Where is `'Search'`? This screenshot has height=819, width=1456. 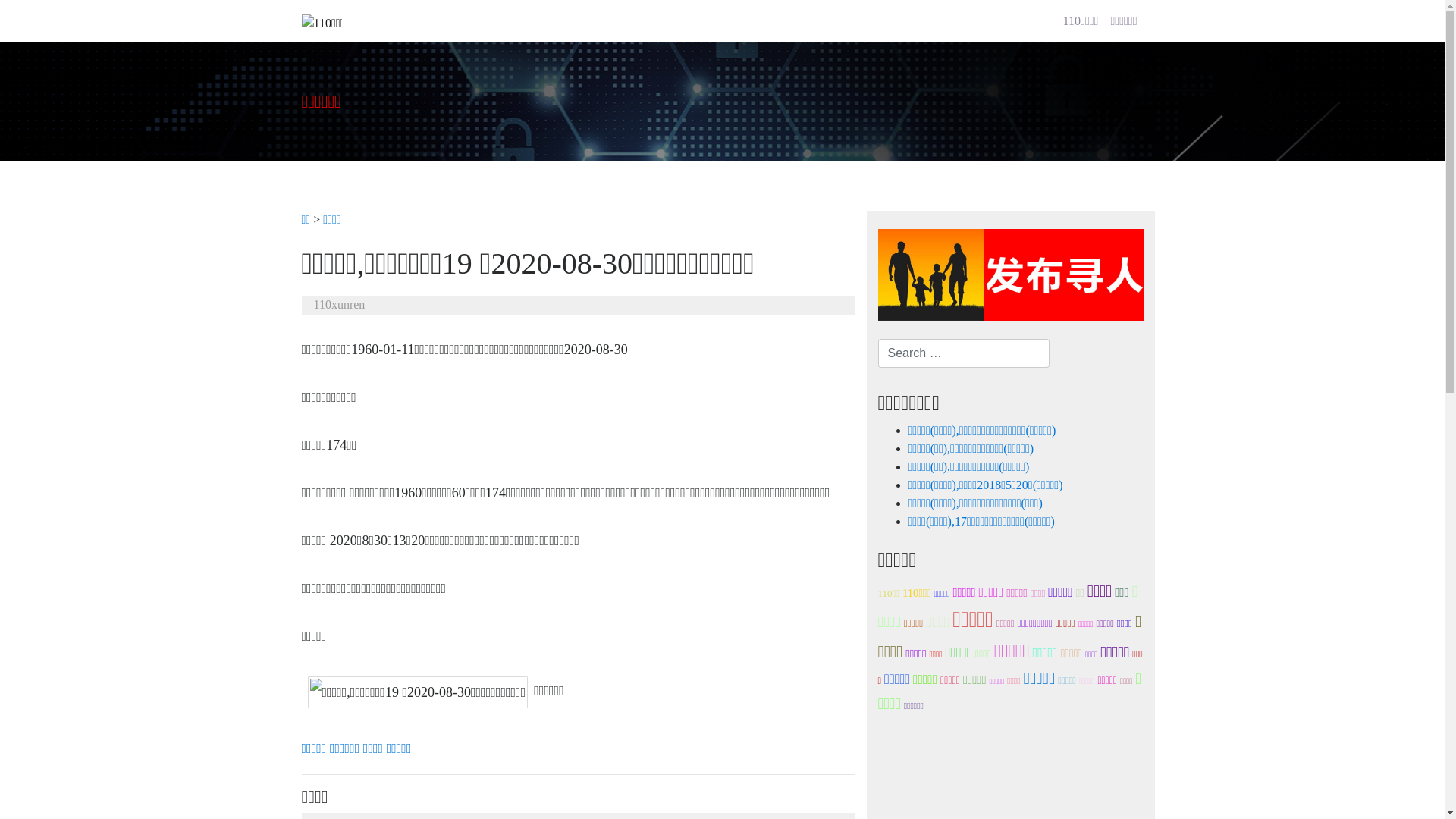 'Search' is located at coordinates (0, 14).